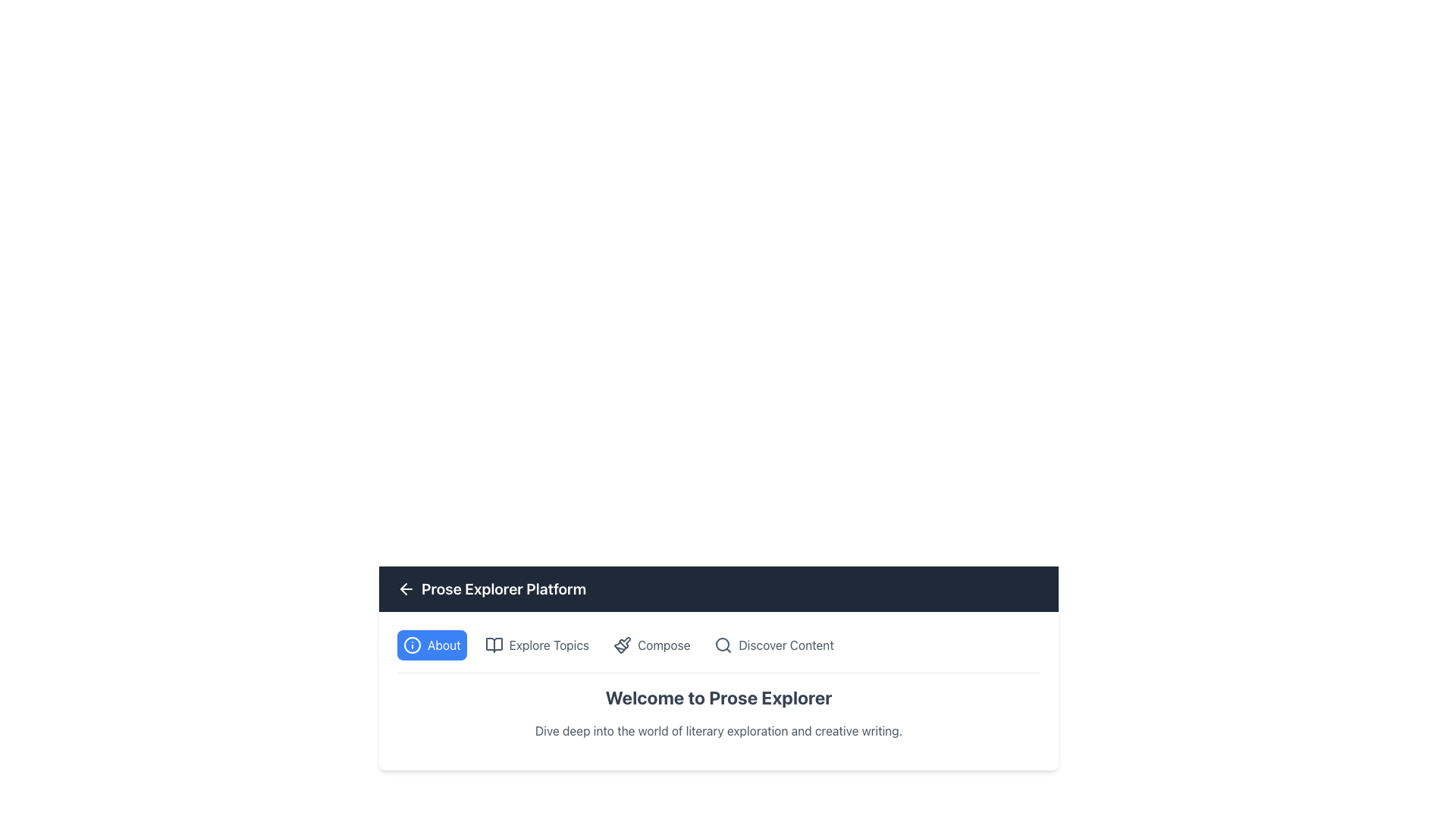 This screenshot has height=819, width=1456. Describe the element at coordinates (718, 713) in the screenshot. I see `the introductory text label of the 'Prose Explorer' platform, which is centrally located beneath the navigation bar and above the content area` at that location.